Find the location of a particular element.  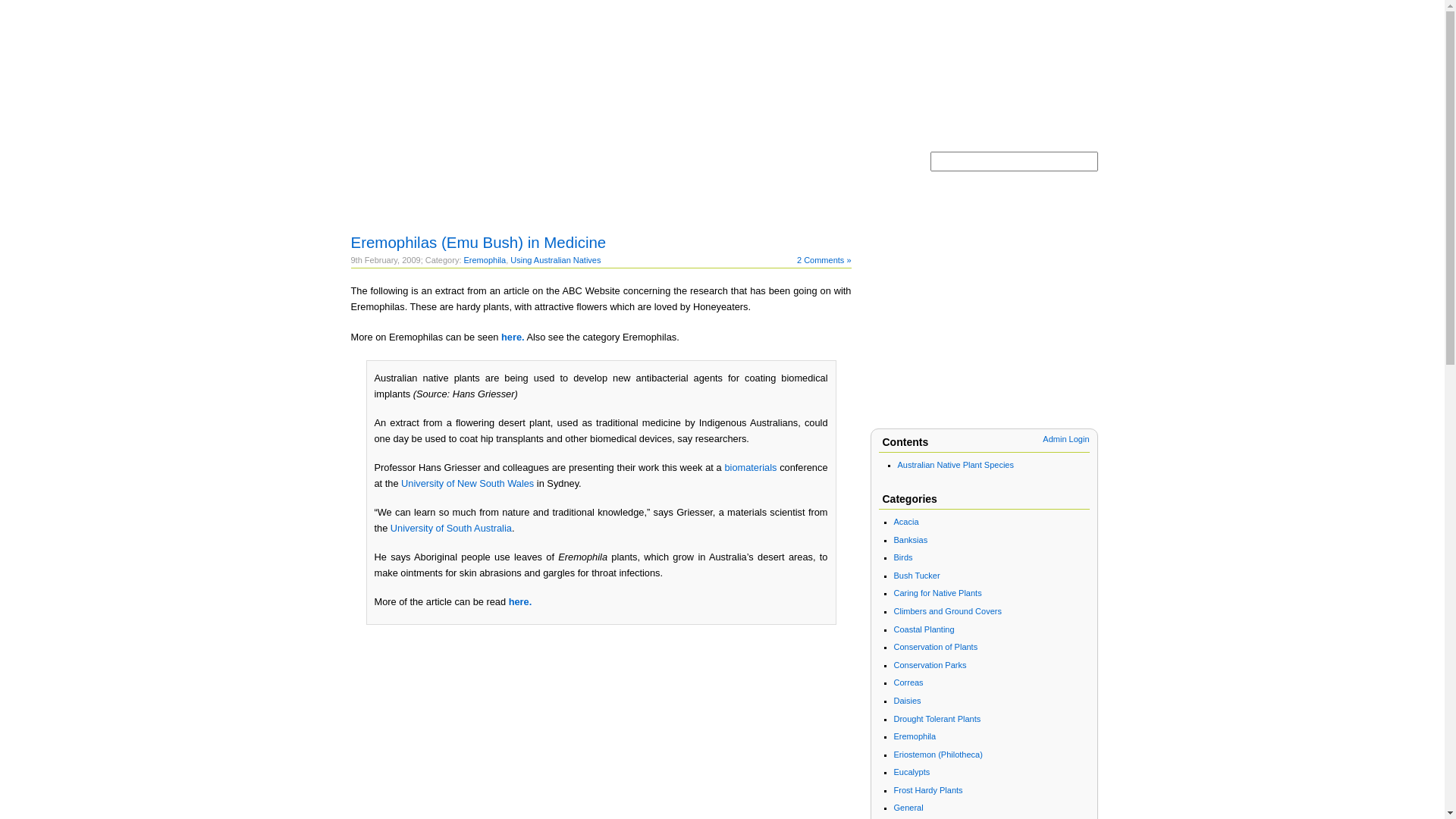

'Eremophila' is located at coordinates (484, 259).